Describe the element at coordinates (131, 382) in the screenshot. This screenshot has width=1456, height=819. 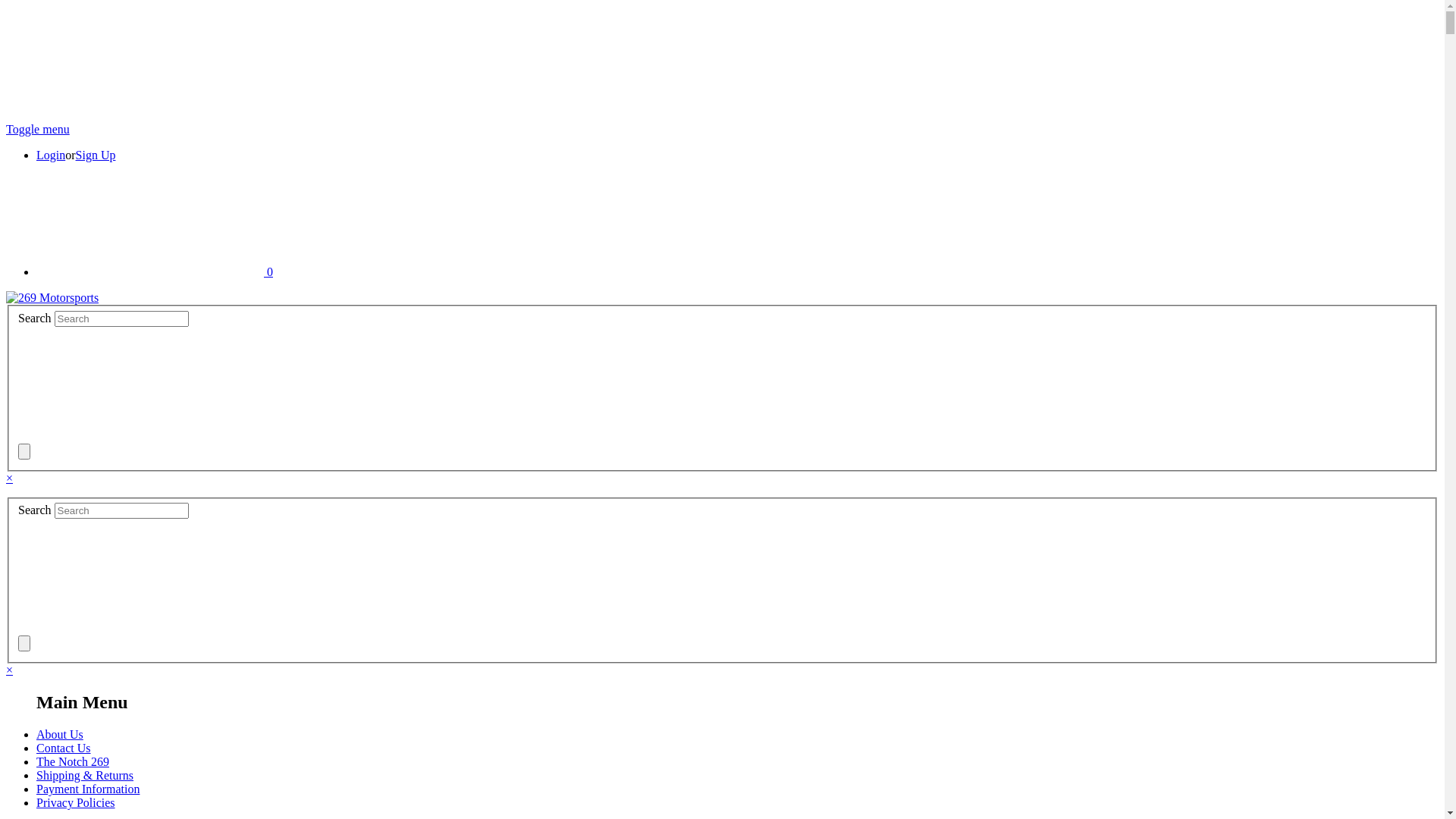
I see `'submit'` at that location.